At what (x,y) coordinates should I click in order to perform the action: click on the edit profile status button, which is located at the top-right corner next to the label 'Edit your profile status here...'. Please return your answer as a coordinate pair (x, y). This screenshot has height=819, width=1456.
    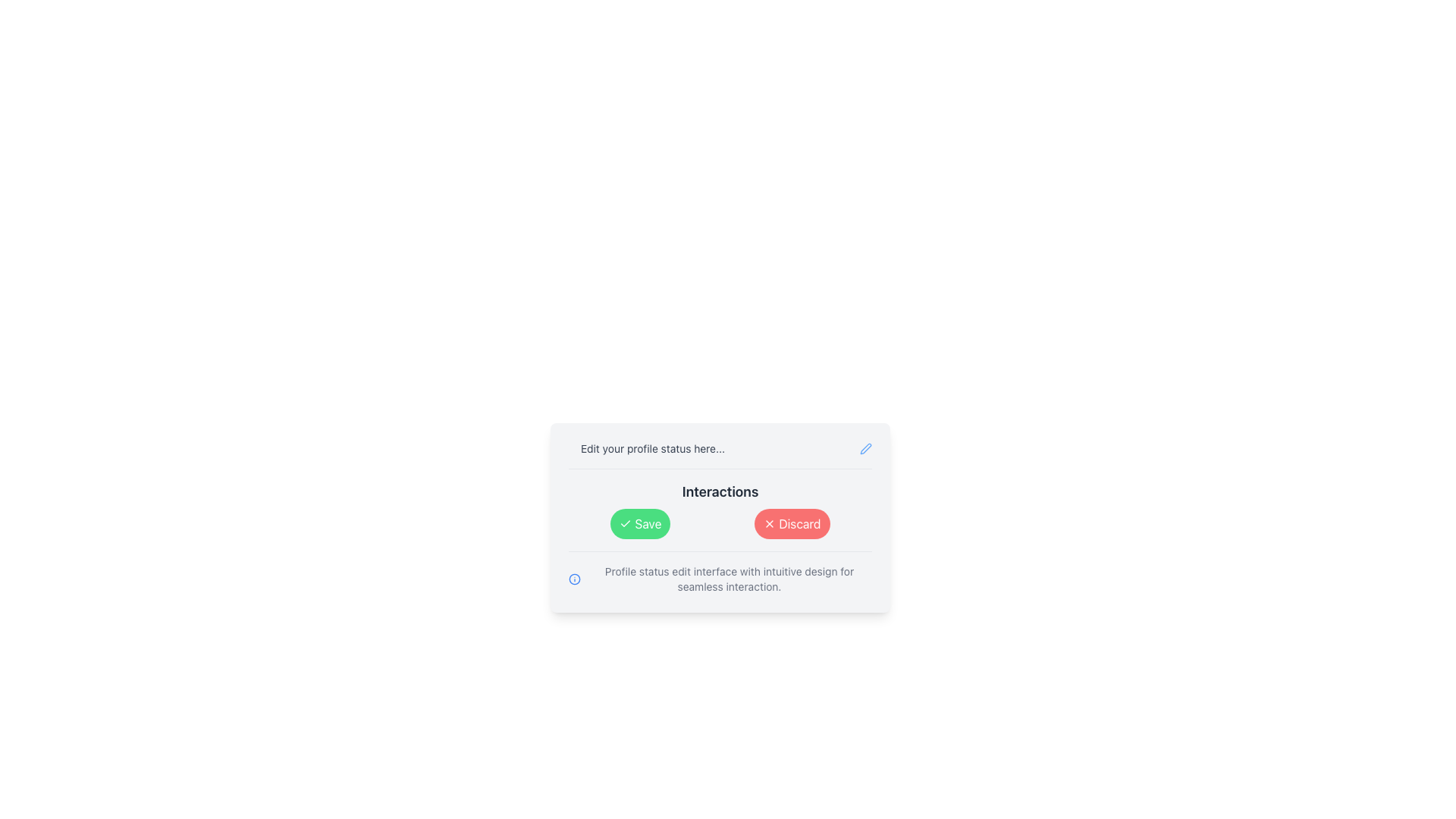
    Looking at the image, I should click on (866, 447).